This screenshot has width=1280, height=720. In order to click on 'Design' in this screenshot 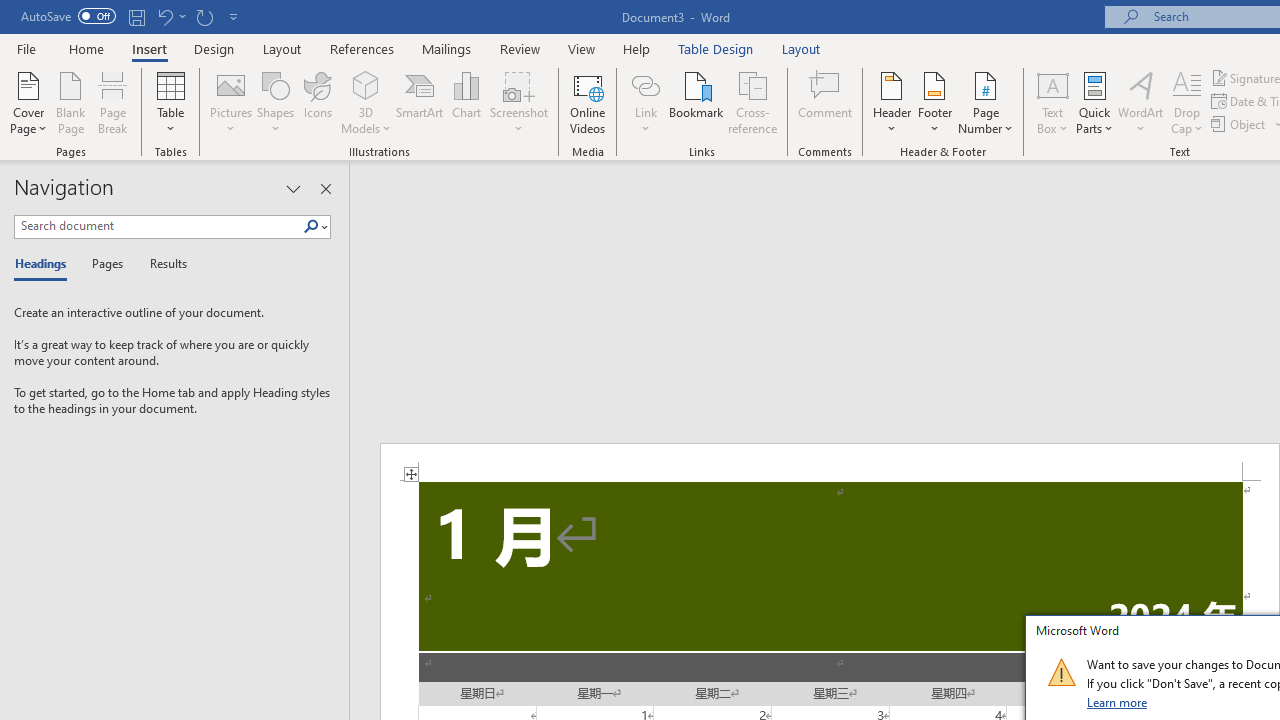, I will do `click(214, 48)`.